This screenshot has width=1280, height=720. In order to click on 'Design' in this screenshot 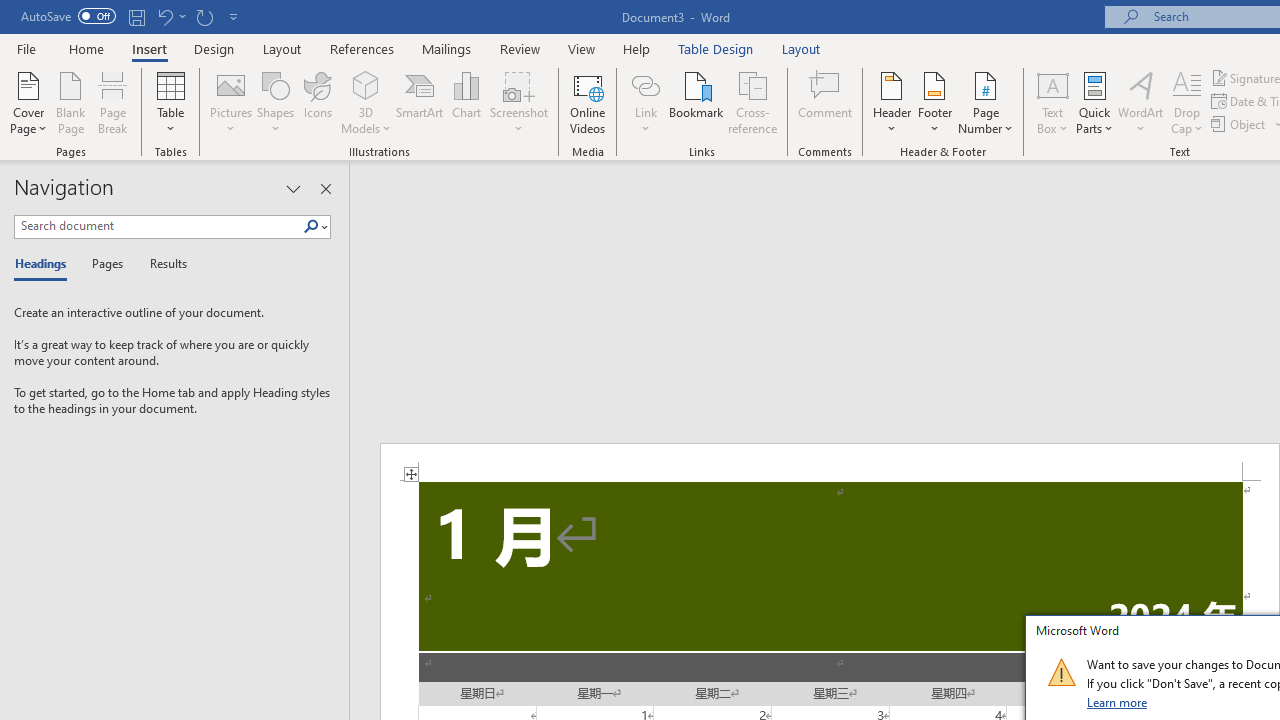, I will do `click(214, 48)`.